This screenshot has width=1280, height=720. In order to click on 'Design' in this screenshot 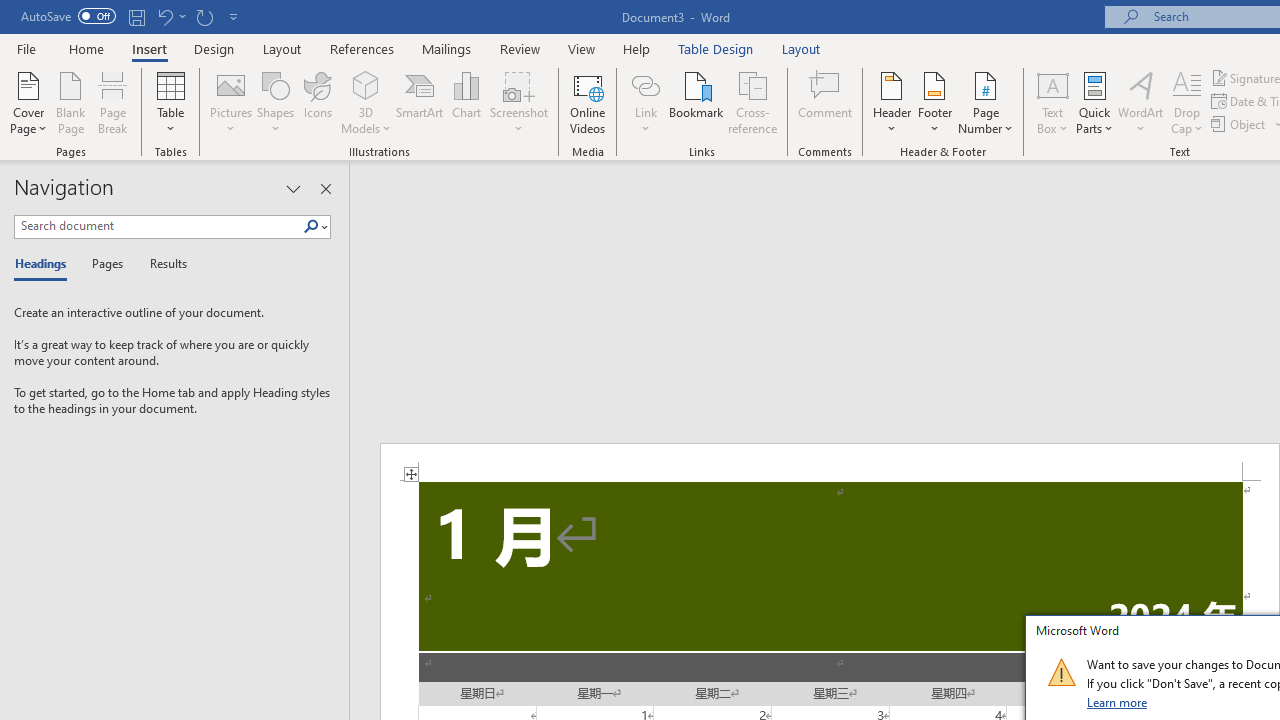, I will do `click(214, 48)`.